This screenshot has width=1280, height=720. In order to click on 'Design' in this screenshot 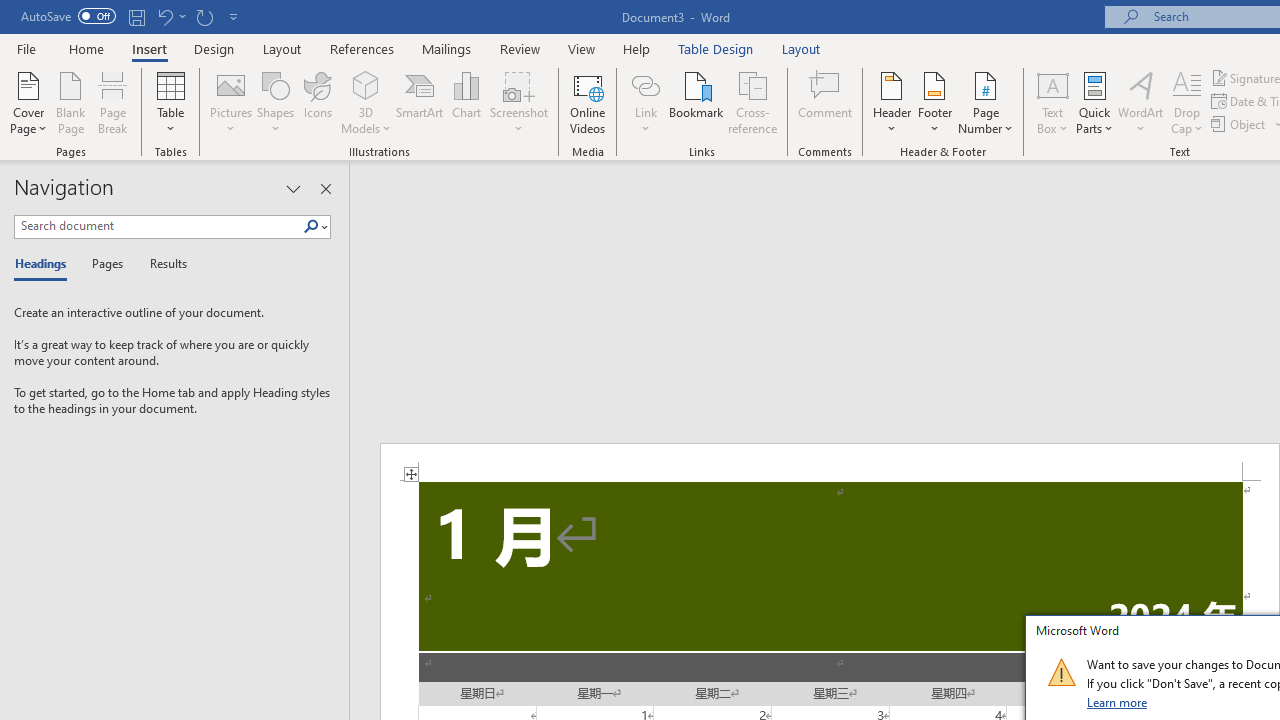, I will do `click(214, 48)`.